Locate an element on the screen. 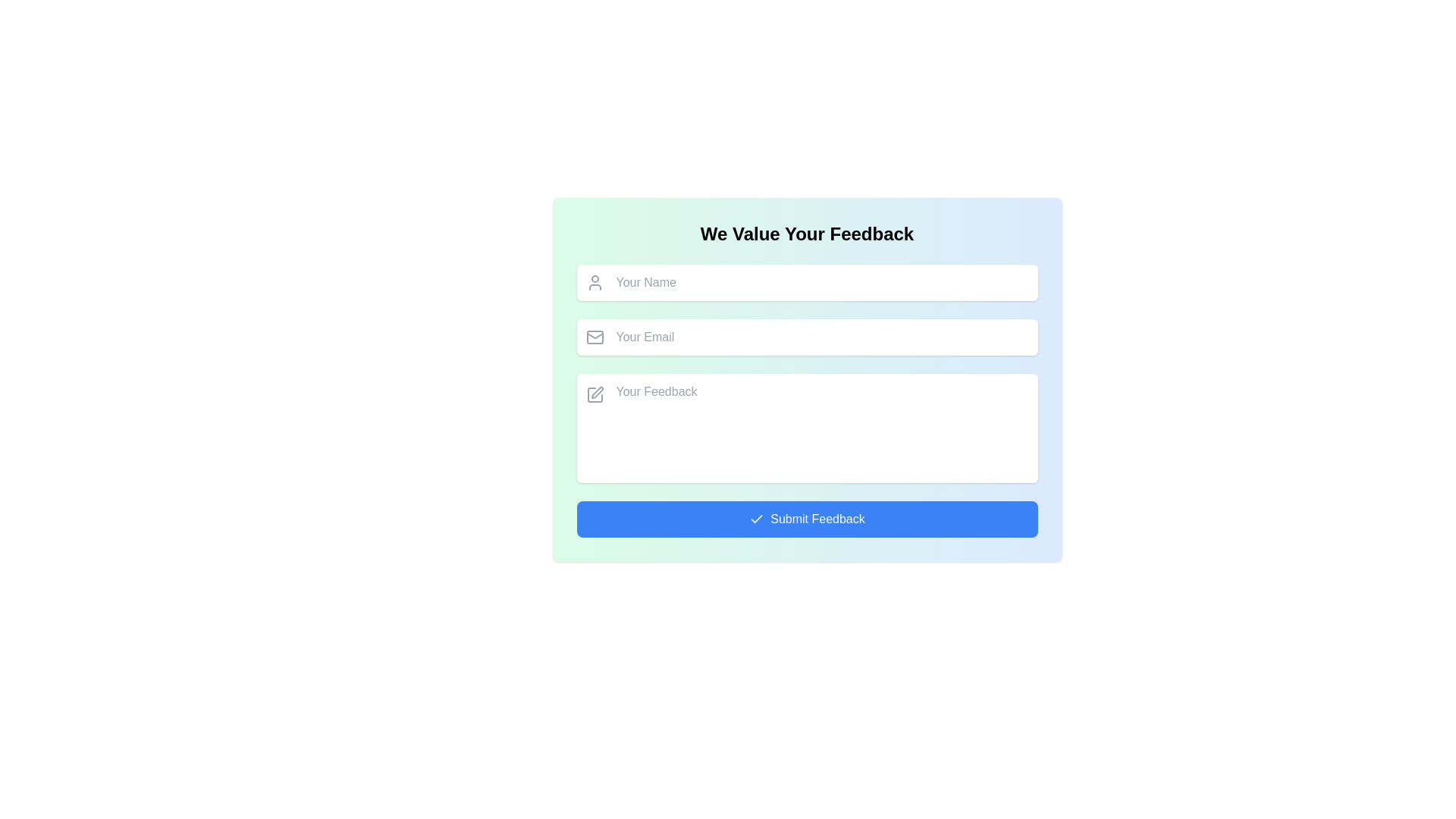  the gray envelope-shaped icon that suggests email association, located to the left of the email input text area is located at coordinates (594, 336).